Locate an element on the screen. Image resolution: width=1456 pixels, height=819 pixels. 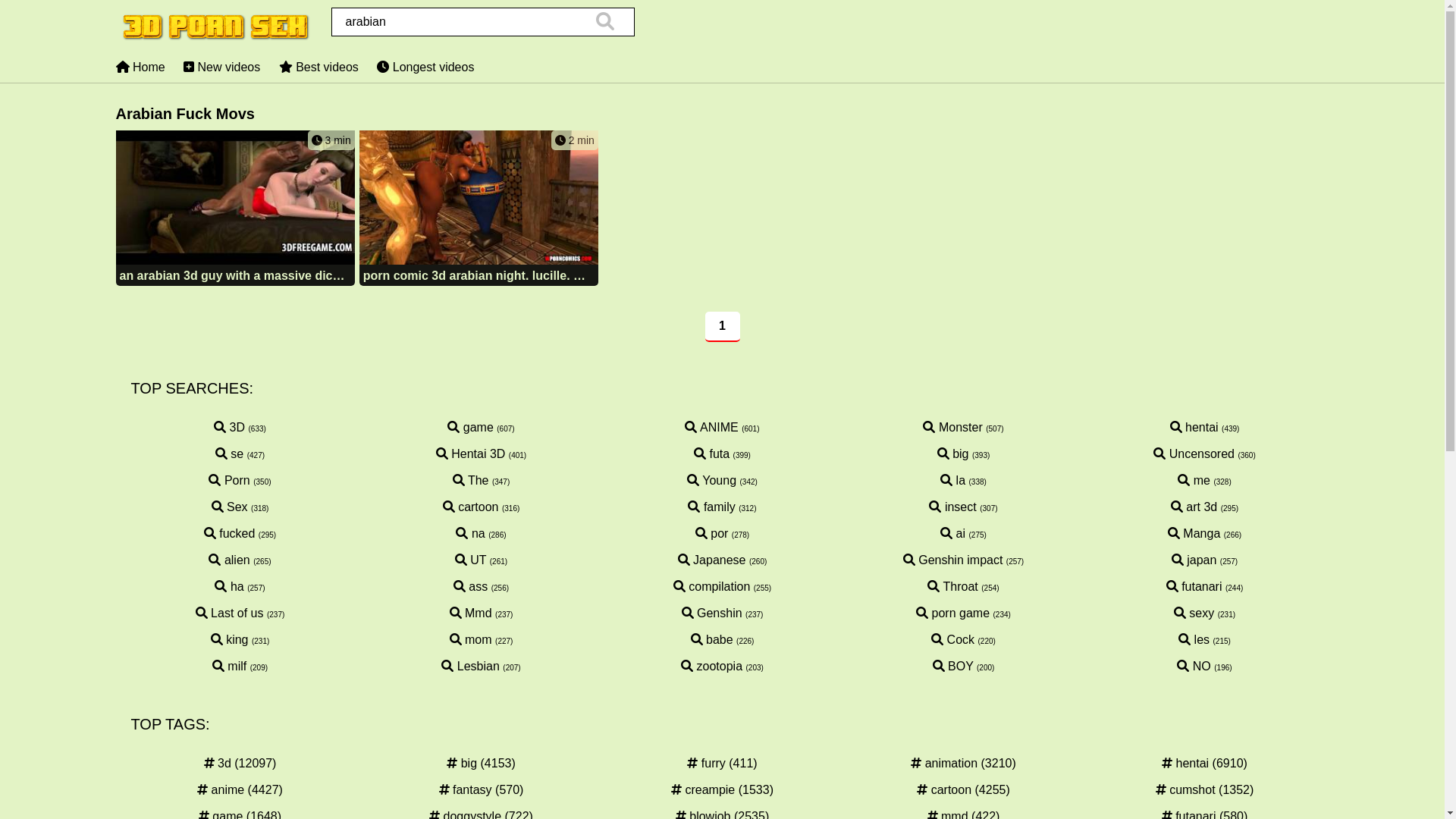
'art 3d' is located at coordinates (1193, 507).